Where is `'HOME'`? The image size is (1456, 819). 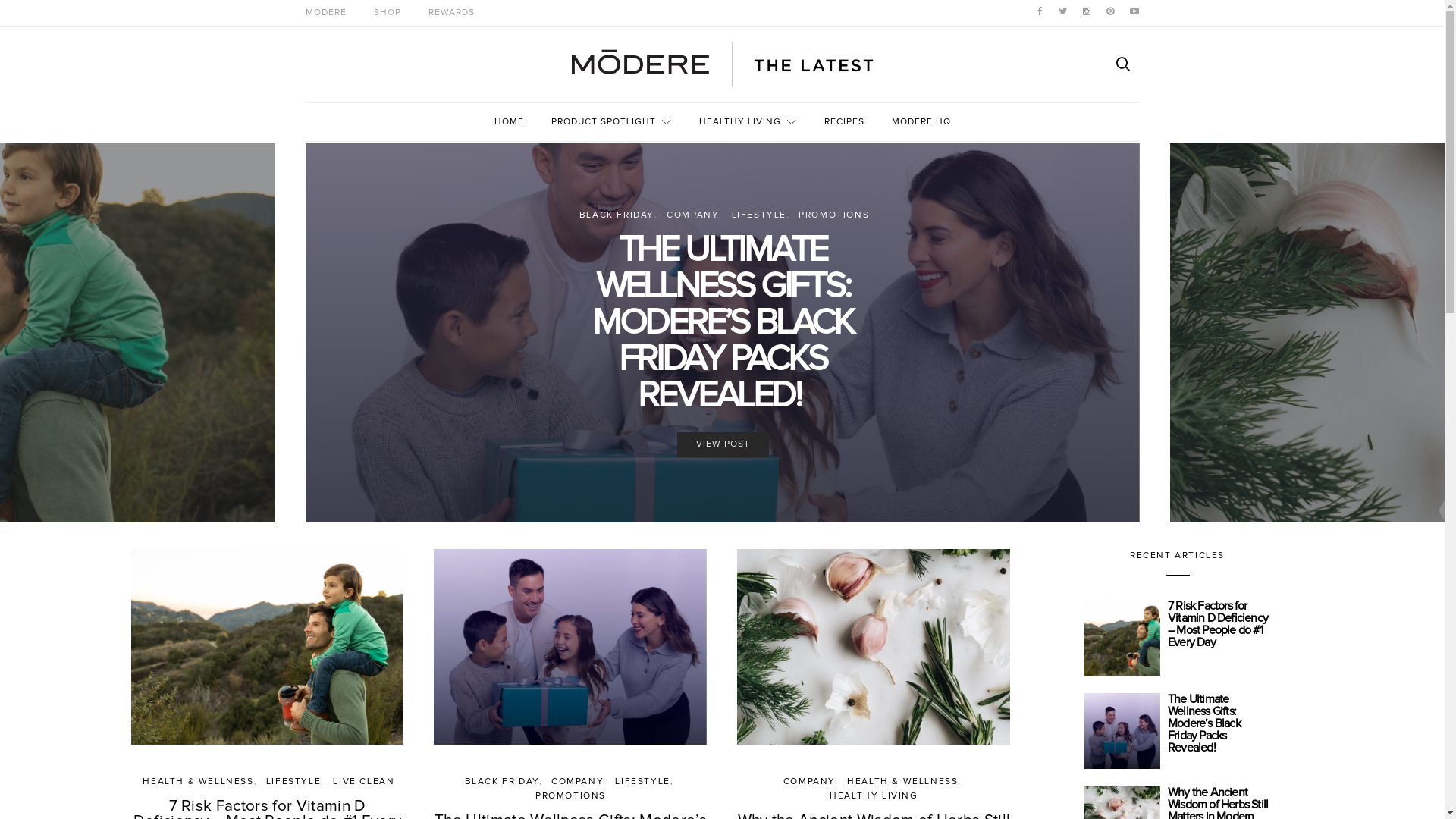
'HOME' is located at coordinates (494, 121).